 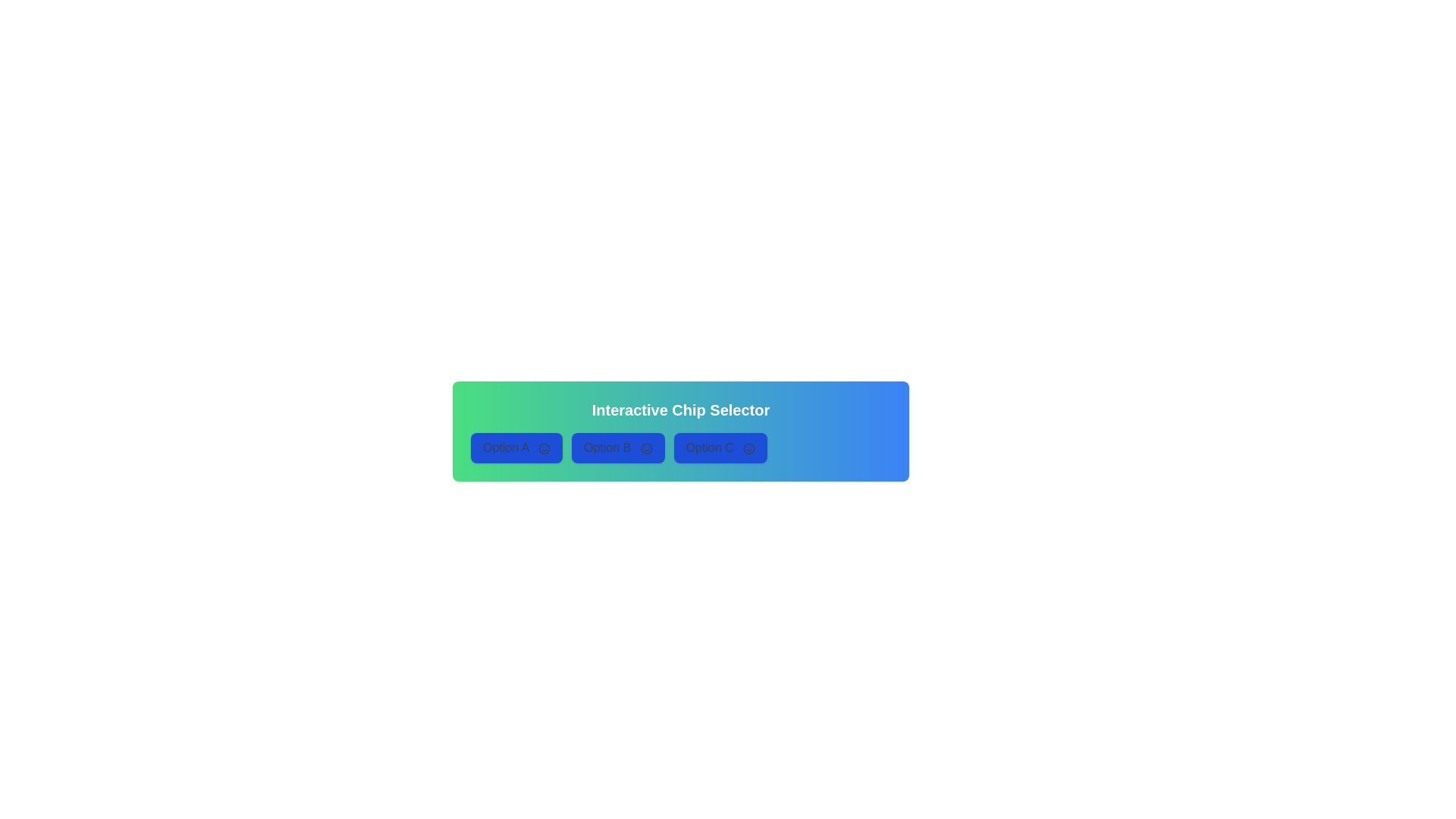 What do you see at coordinates (618, 447) in the screenshot?
I see `the option Option B by clicking on its respective button` at bounding box center [618, 447].